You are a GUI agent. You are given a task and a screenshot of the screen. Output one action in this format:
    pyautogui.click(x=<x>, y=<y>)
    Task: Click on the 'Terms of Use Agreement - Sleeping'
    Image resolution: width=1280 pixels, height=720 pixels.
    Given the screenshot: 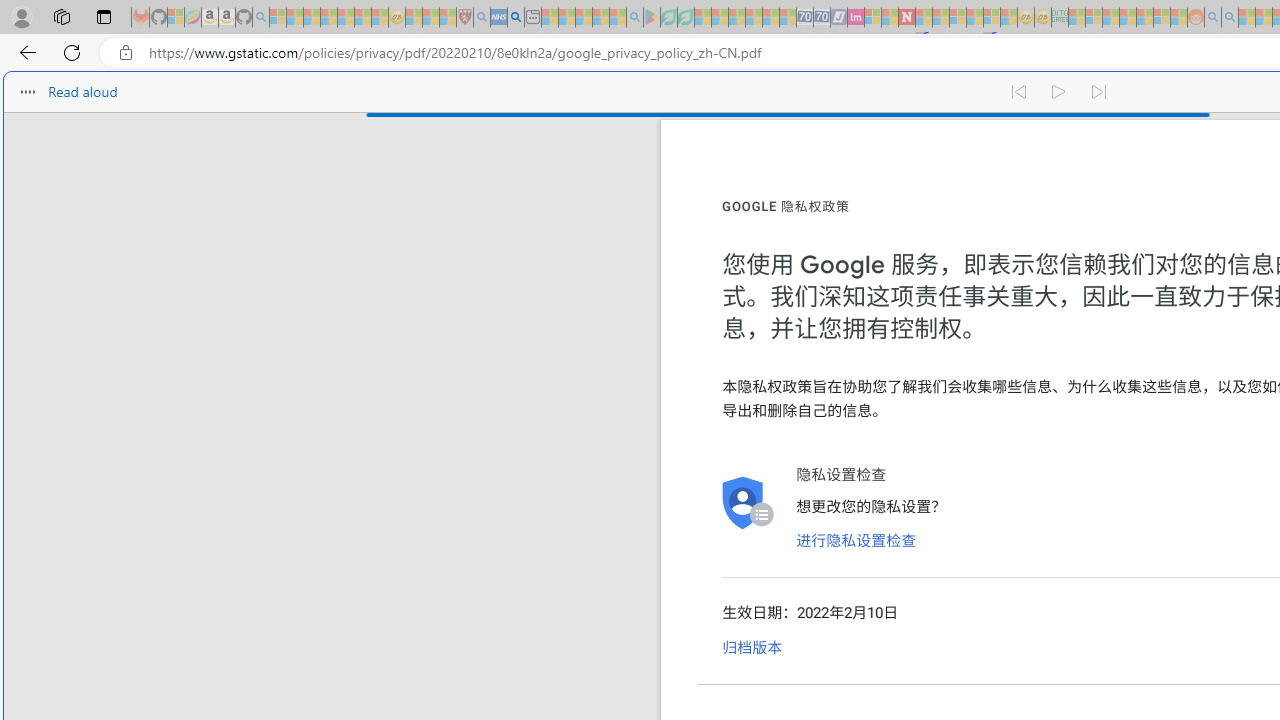 What is the action you would take?
    pyautogui.click(x=668, y=17)
    